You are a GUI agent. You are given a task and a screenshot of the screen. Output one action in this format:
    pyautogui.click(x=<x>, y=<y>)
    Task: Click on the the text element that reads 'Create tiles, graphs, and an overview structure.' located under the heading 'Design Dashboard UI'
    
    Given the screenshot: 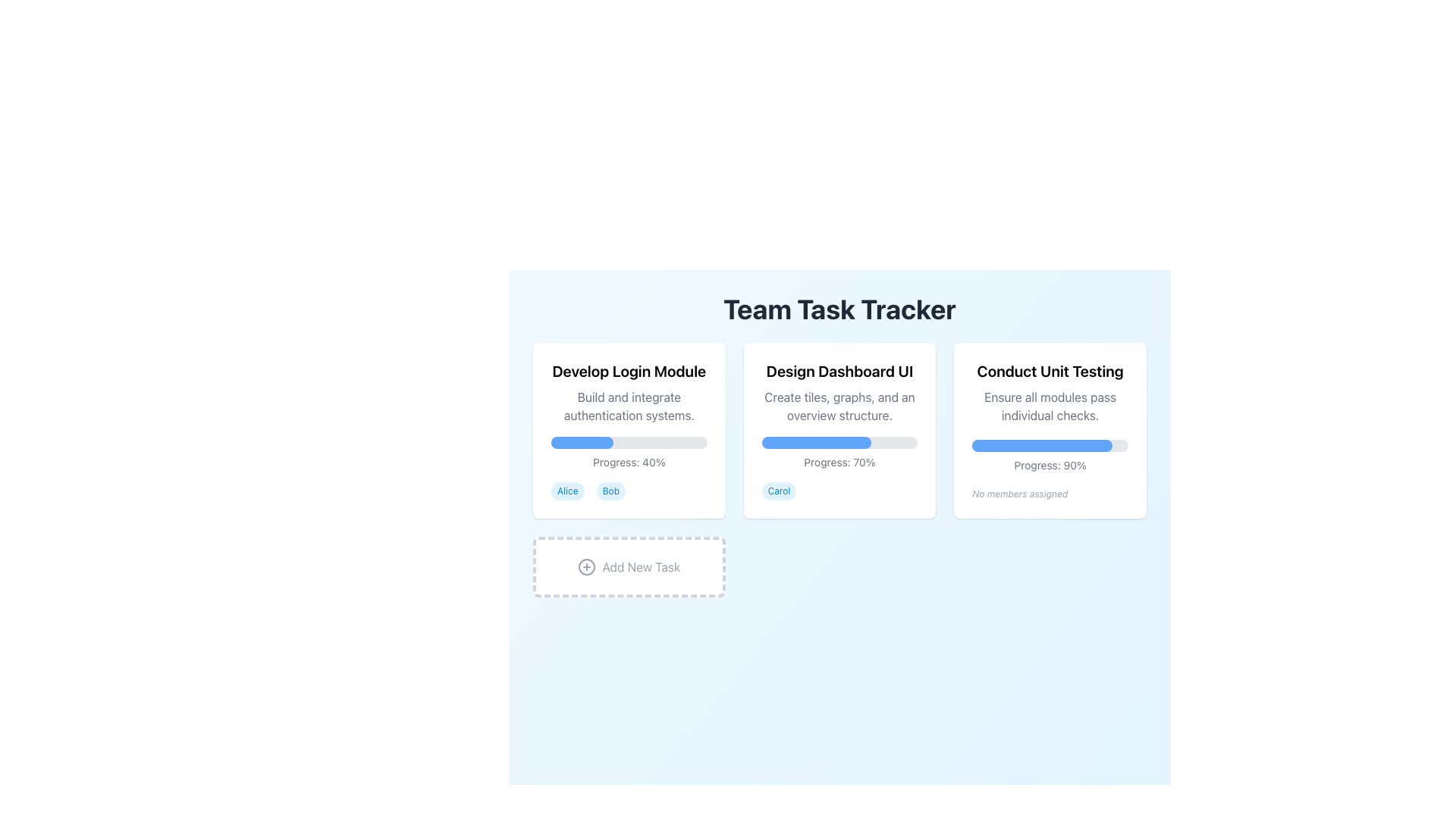 What is the action you would take?
    pyautogui.click(x=839, y=406)
    